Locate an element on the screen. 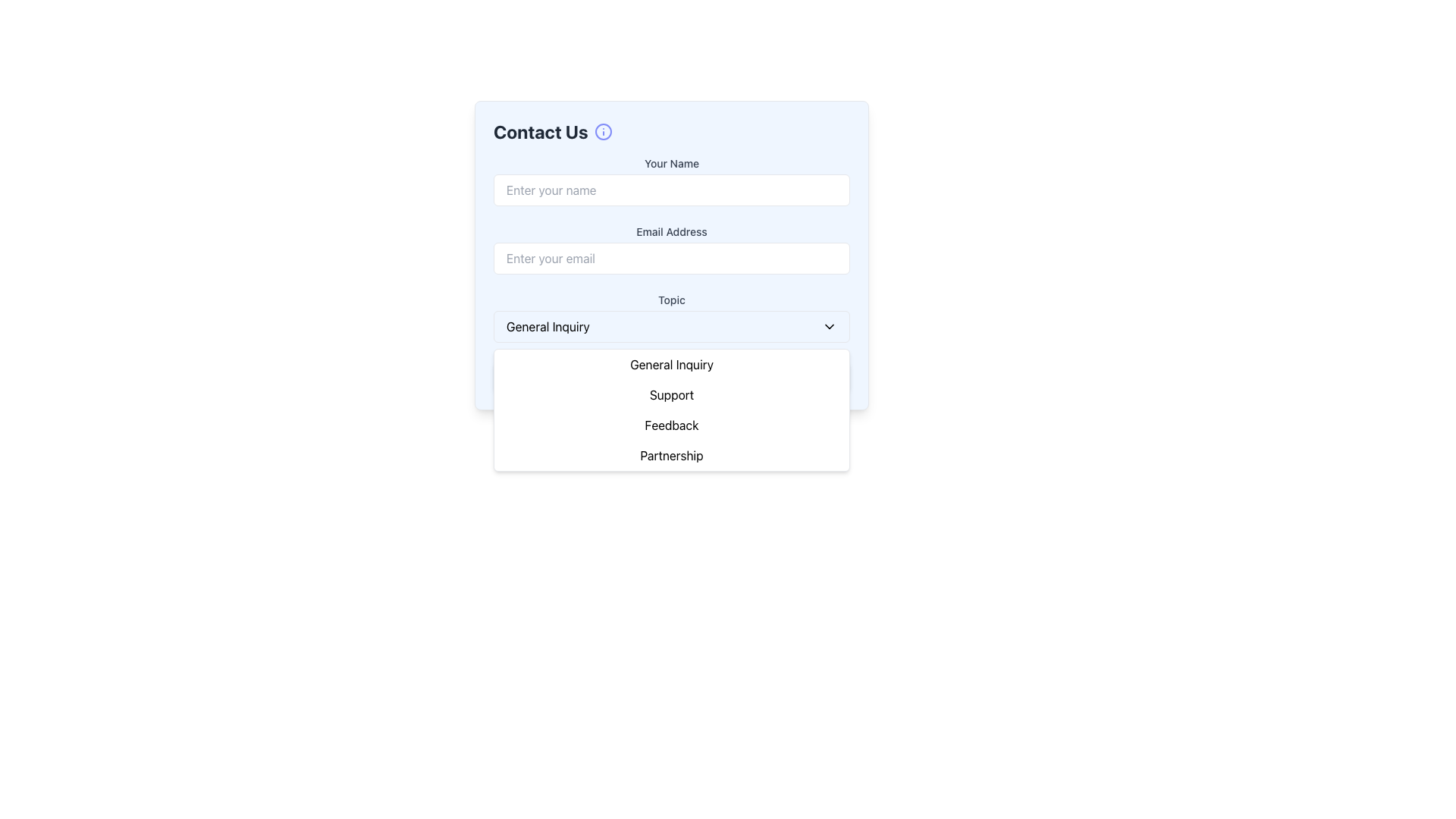  the 'Submit' button, which is a rectangular button with rounded corners, indigo background, and white text, located at the center of the form, directly below the 'Topic' dropdown menu is located at coordinates (671, 375).